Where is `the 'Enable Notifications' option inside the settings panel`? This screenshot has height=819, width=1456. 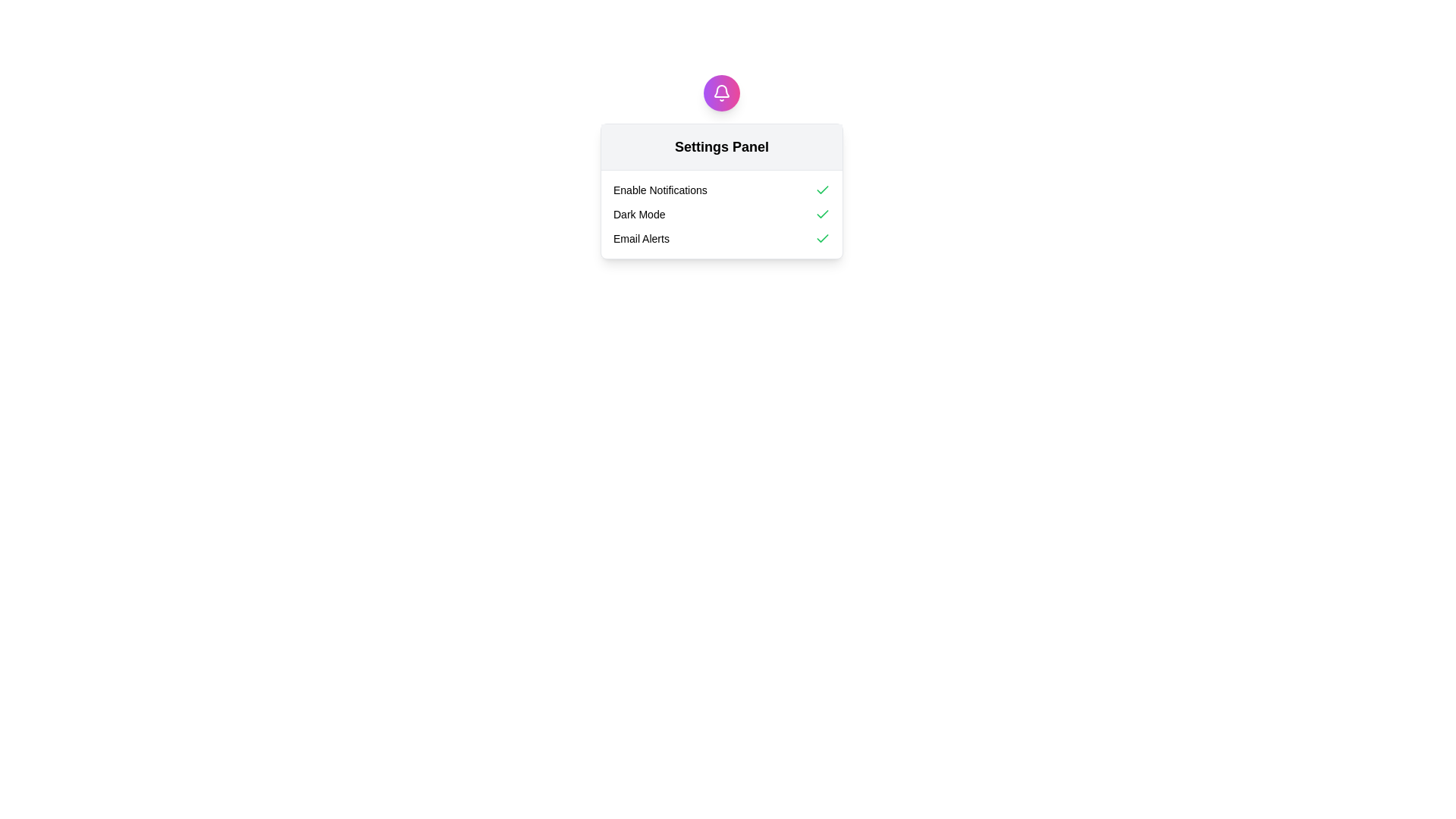 the 'Enable Notifications' option inside the settings panel is located at coordinates (720, 190).